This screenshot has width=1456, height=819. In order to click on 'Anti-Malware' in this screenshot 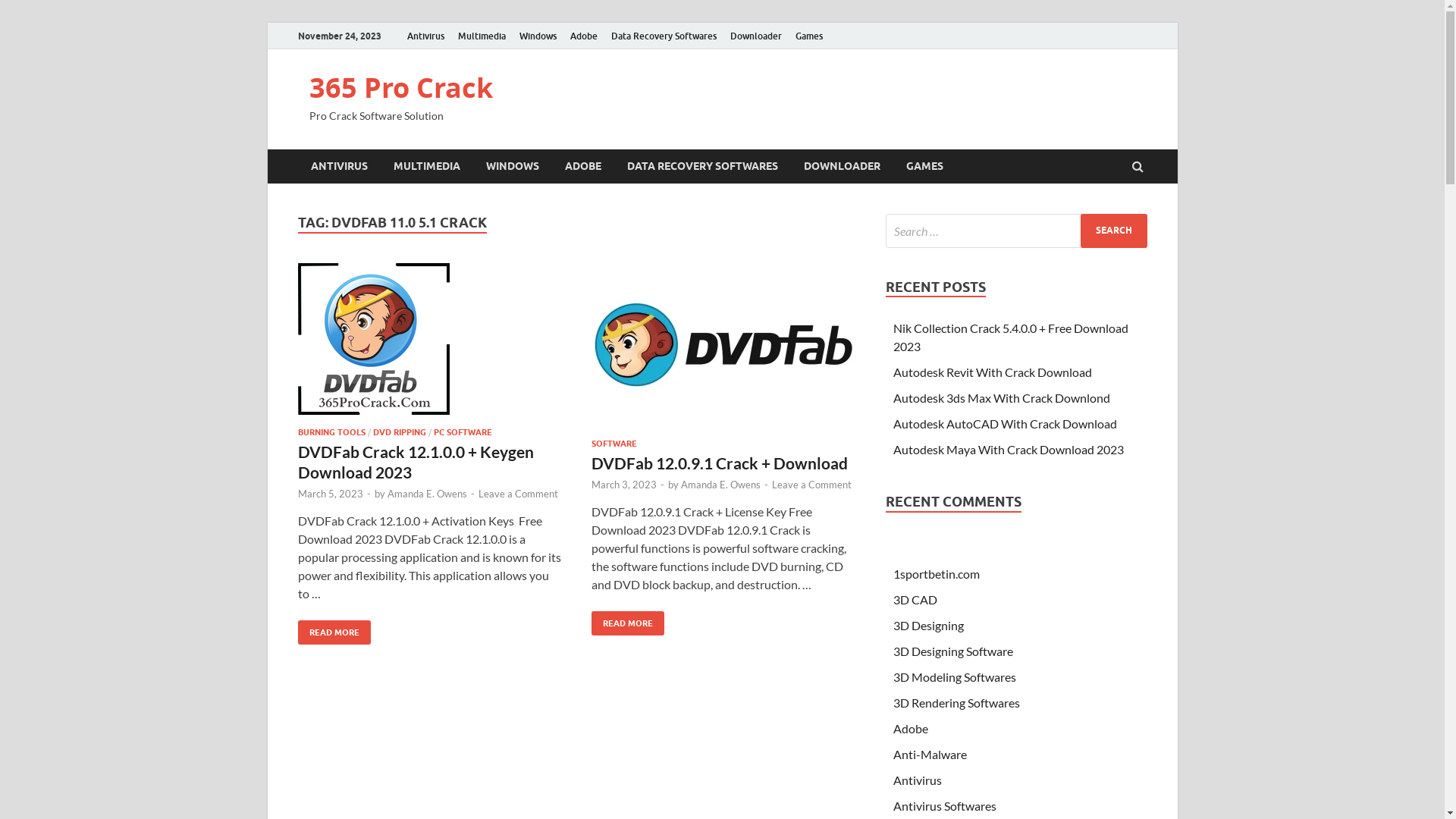, I will do `click(929, 754)`.